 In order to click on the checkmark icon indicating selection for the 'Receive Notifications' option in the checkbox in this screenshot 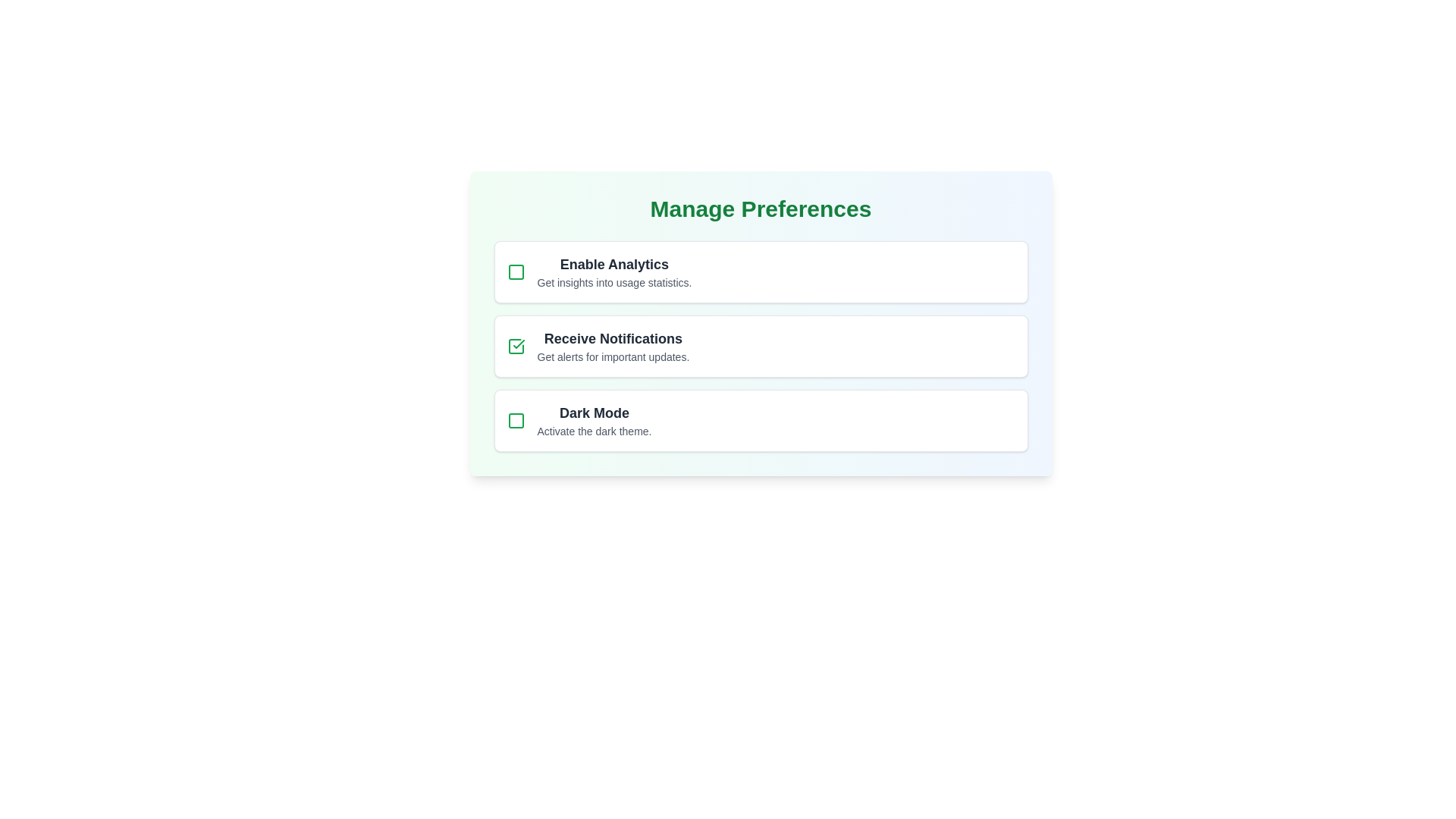, I will do `click(519, 344)`.